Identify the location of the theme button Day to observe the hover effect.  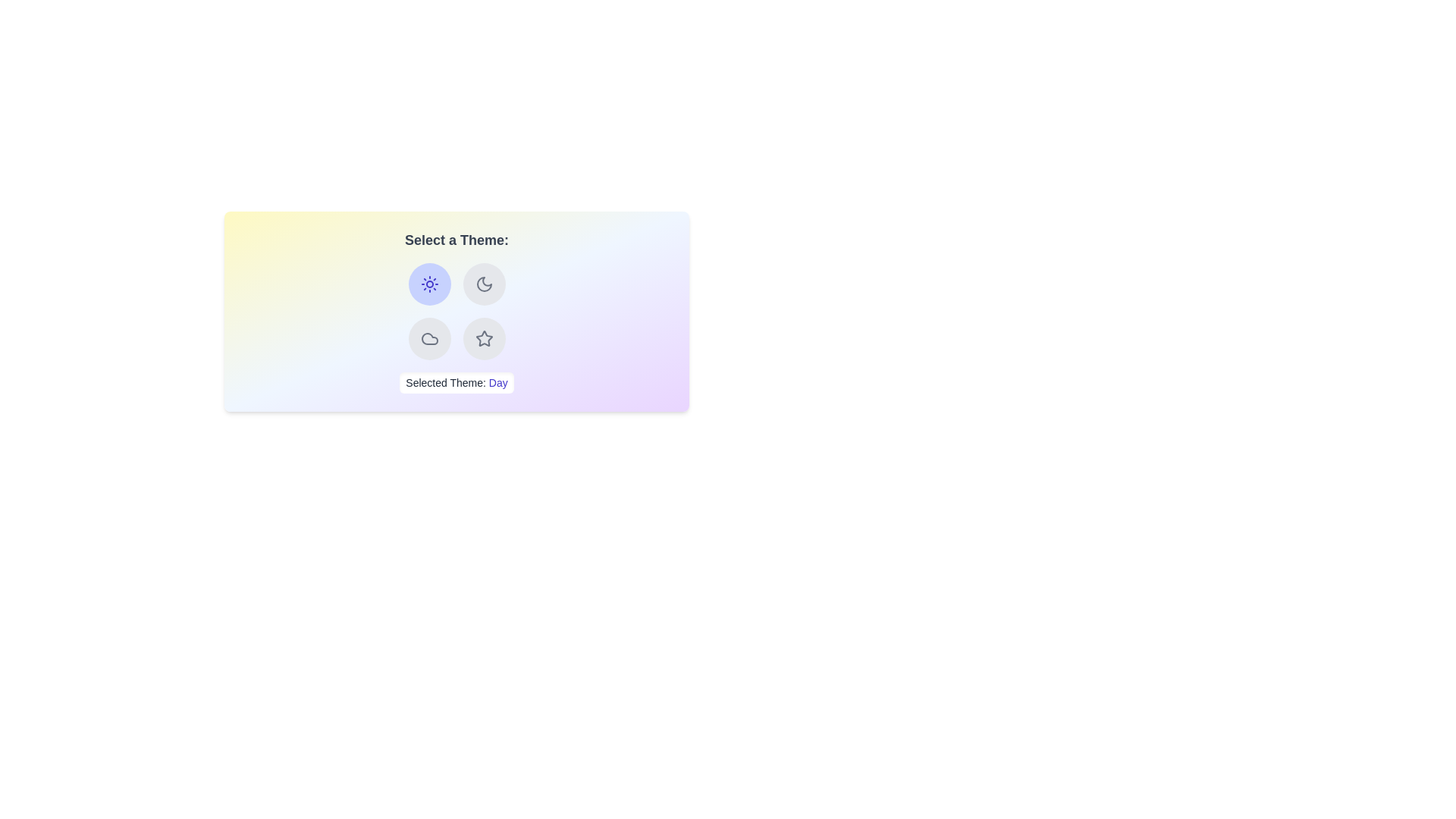
(428, 284).